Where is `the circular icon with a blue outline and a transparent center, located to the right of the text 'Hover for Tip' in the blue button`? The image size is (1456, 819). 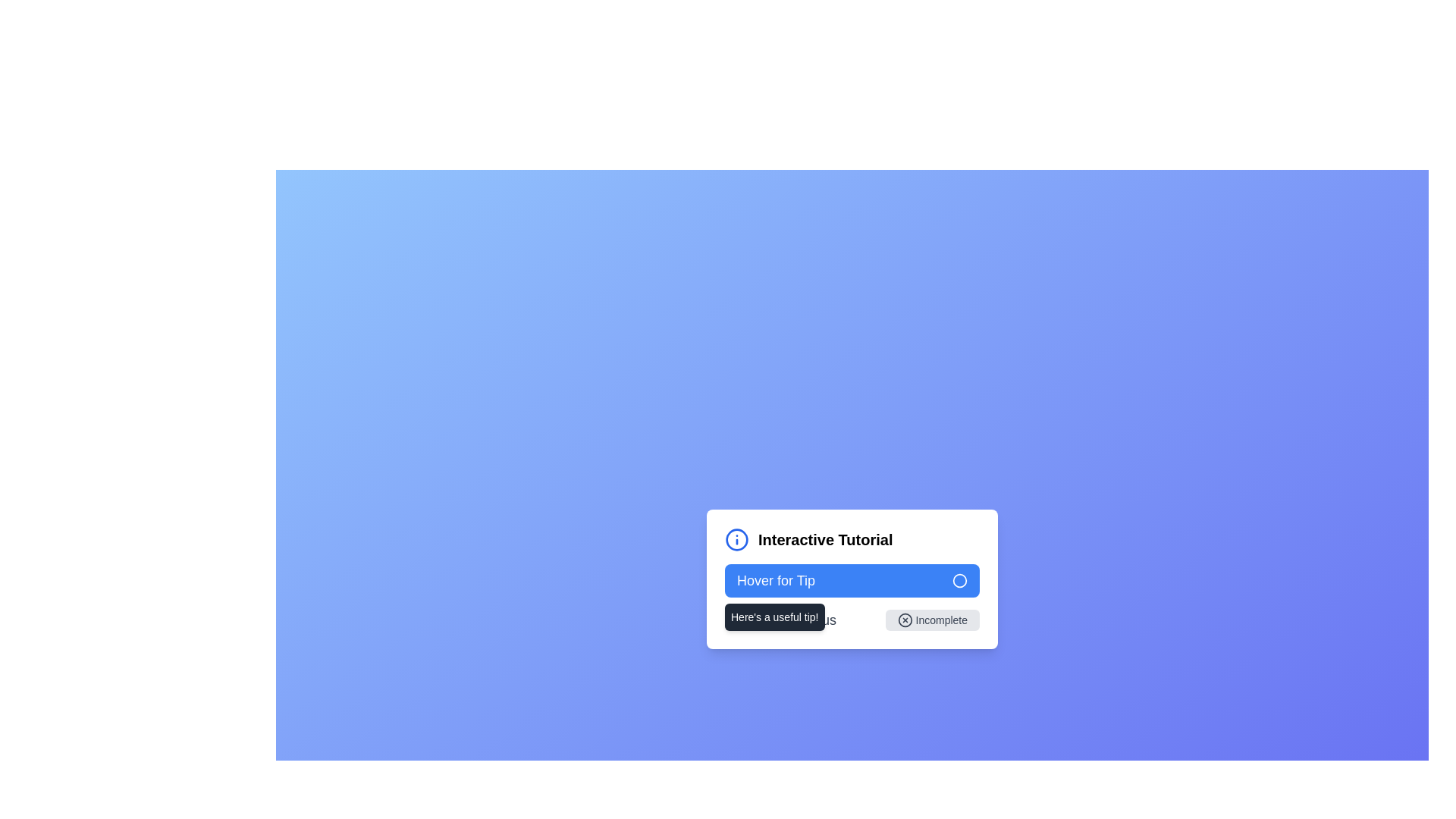 the circular icon with a blue outline and a transparent center, located to the right of the text 'Hover for Tip' in the blue button is located at coordinates (959, 580).